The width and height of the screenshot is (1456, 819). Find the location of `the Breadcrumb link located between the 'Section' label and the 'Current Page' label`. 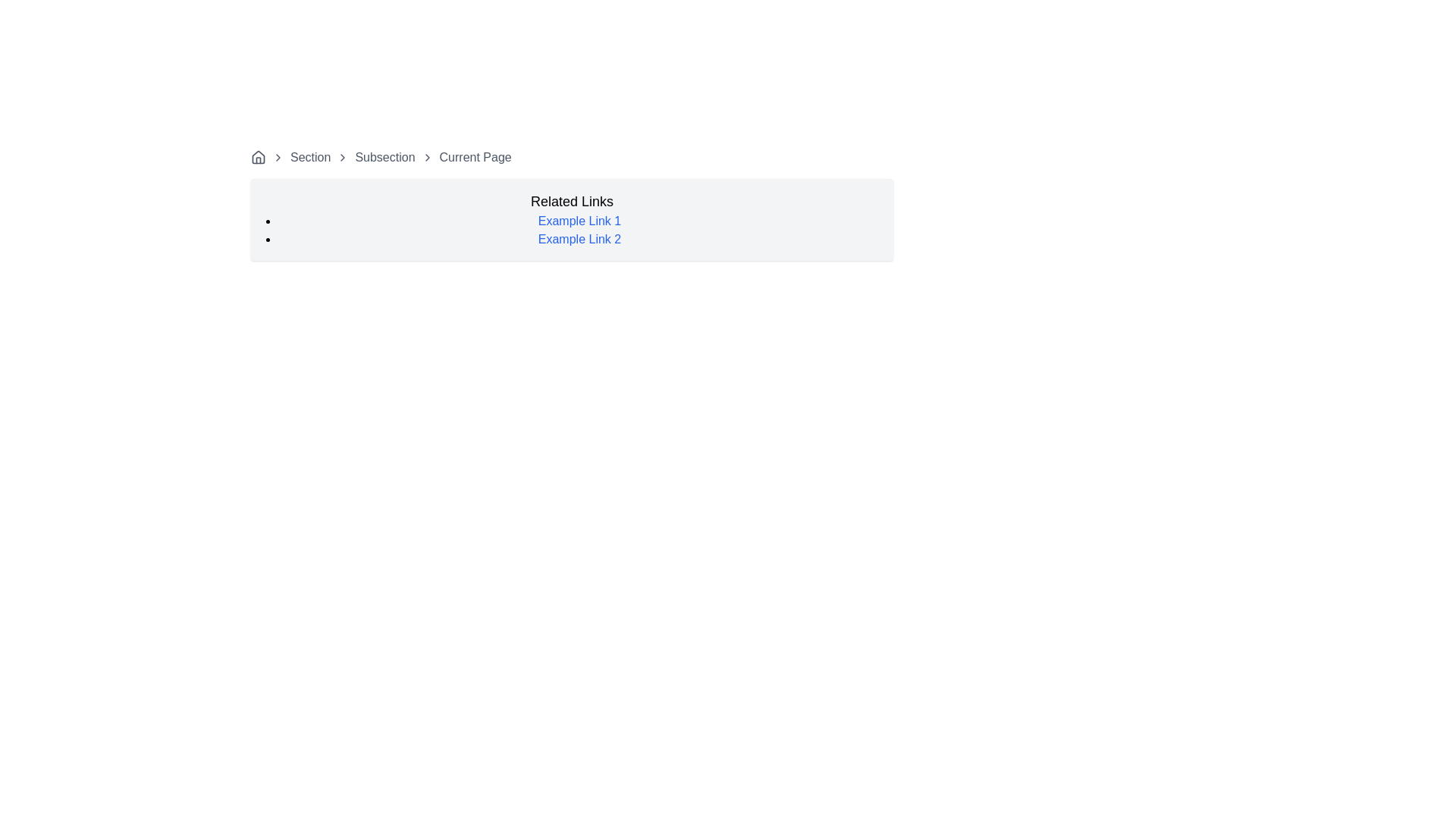

the Breadcrumb link located between the 'Section' label and the 'Current Page' label is located at coordinates (385, 158).